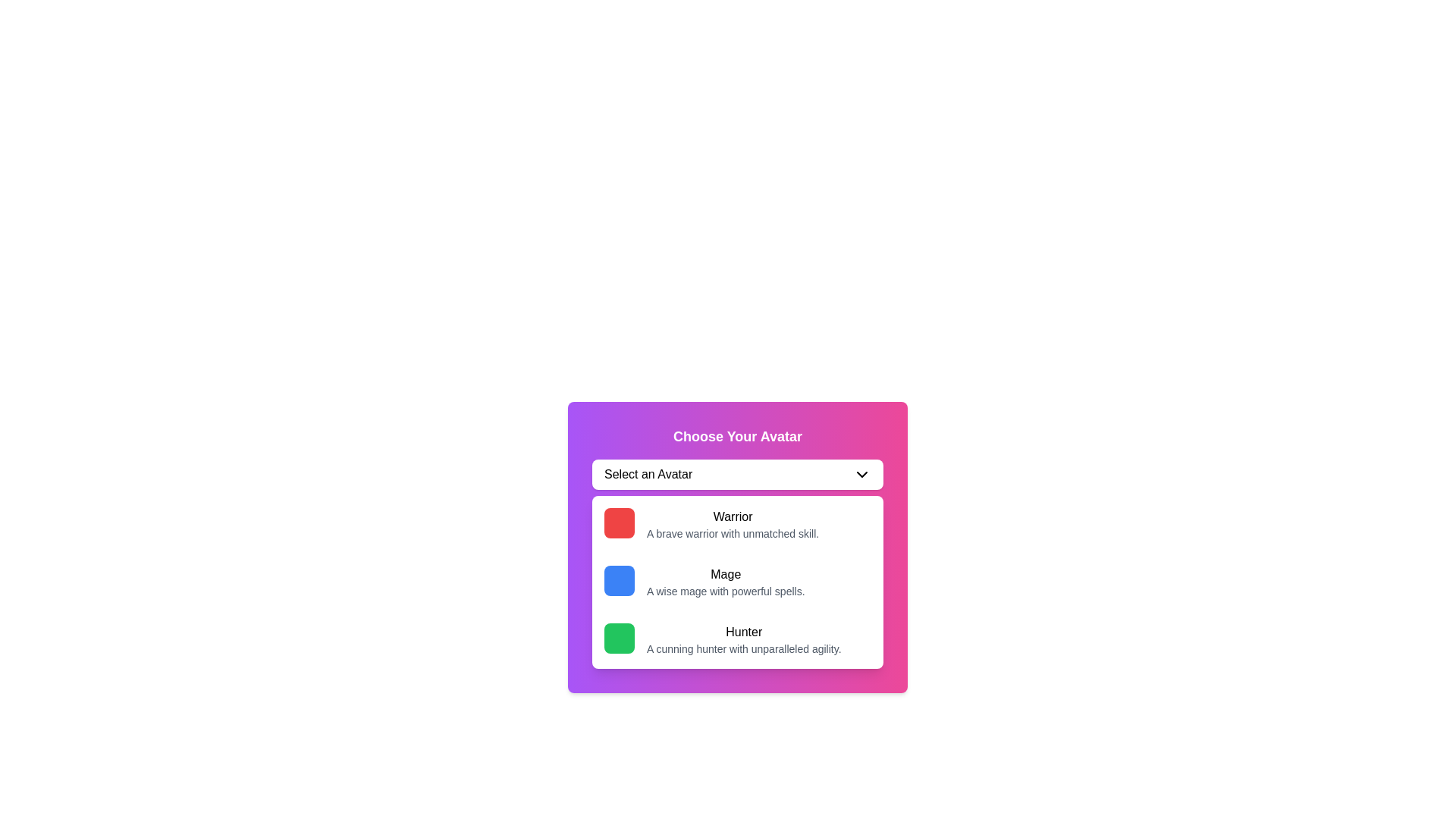 The image size is (1456, 819). Describe the element at coordinates (738, 640) in the screenshot. I see `the selectable list item representing the 'Hunter' character` at that location.